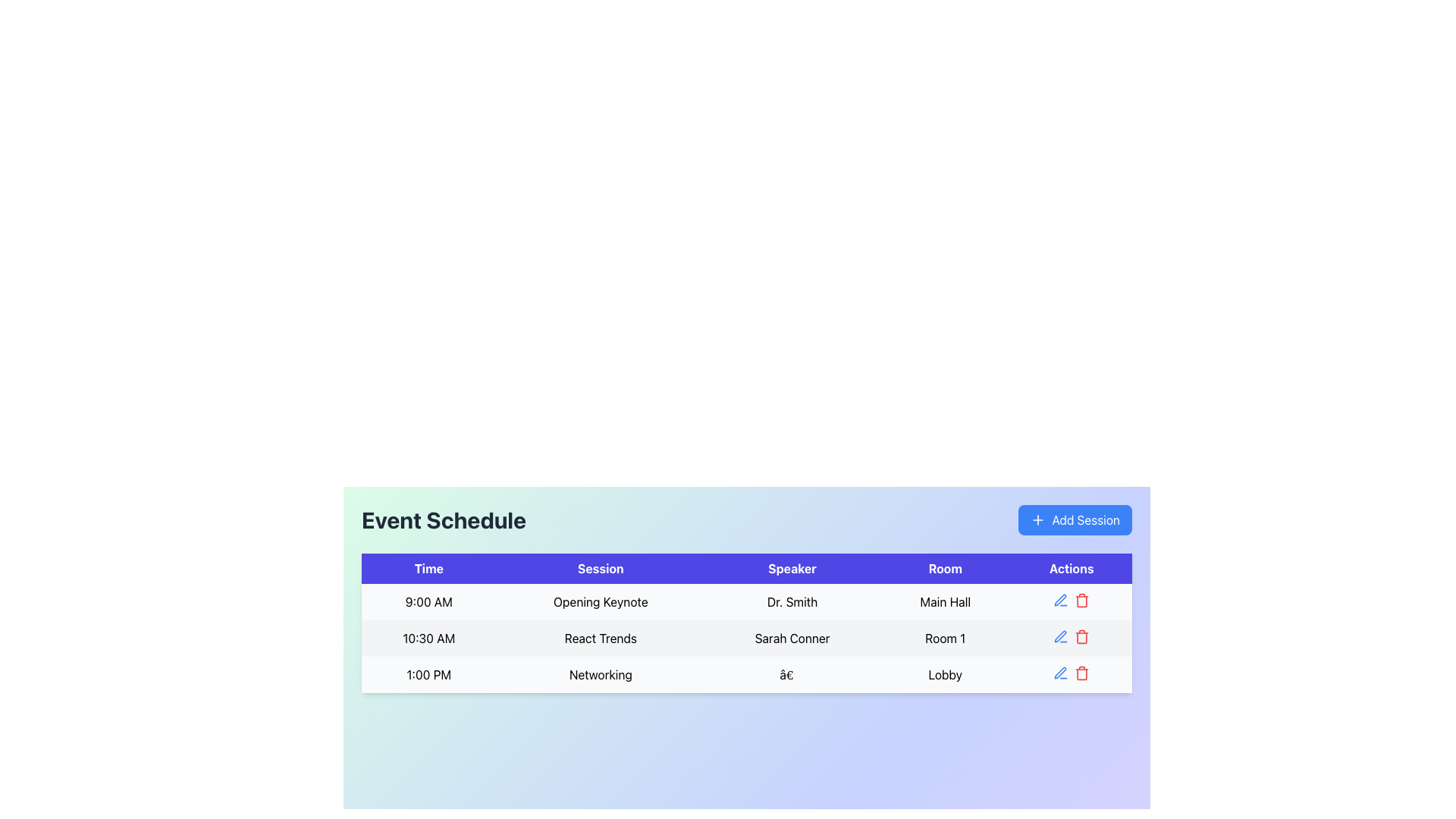  I want to click on the static text component displaying the scheduled time for the 'React Trends' event, located in the first column of the second row under the 'Time' header, so click(428, 638).